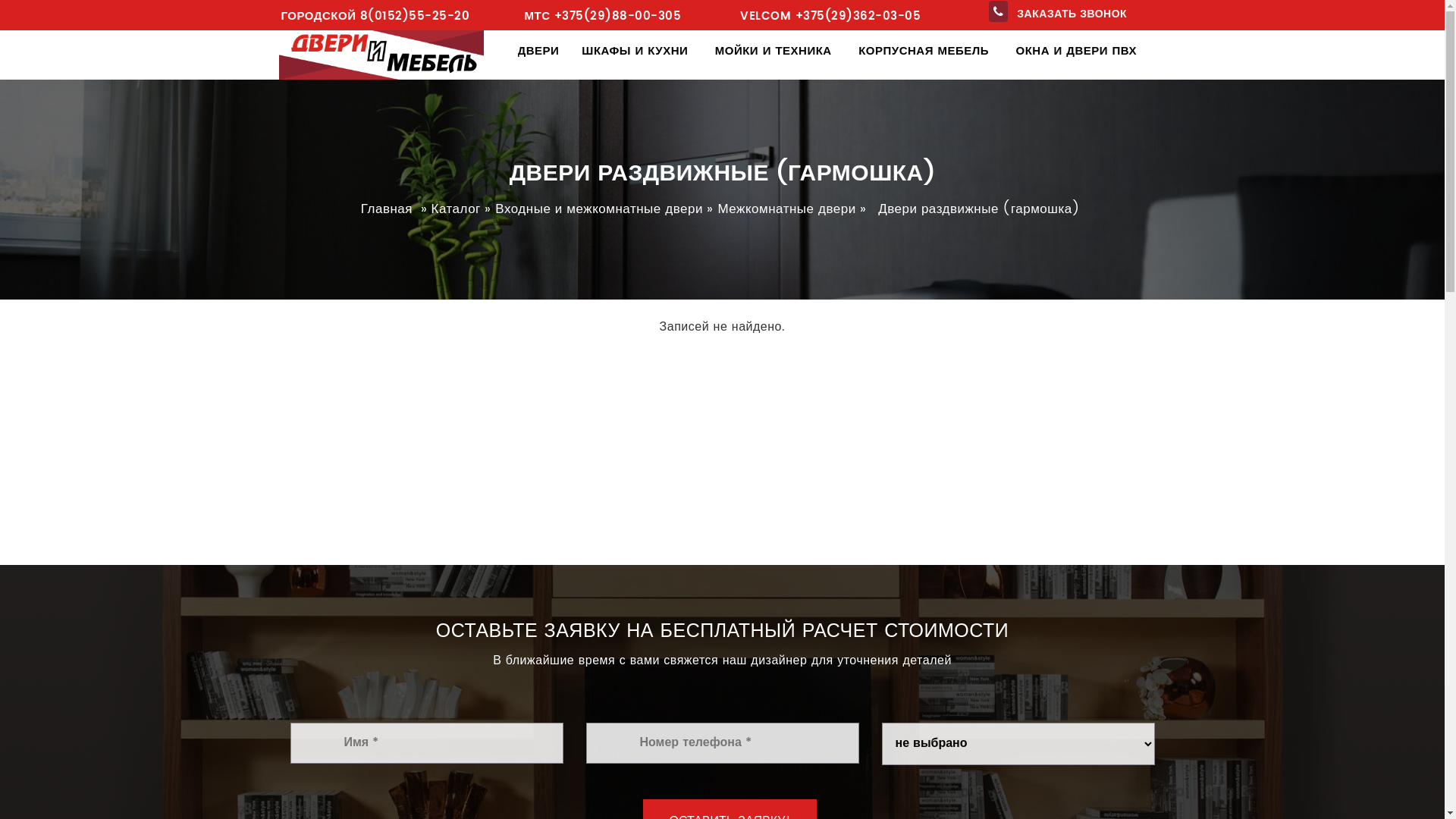 This screenshot has width=1456, height=819. Describe the element at coordinates (829, 16) in the screenshot. I see `'VELCOM +375(29)362-03-05'` at that location.